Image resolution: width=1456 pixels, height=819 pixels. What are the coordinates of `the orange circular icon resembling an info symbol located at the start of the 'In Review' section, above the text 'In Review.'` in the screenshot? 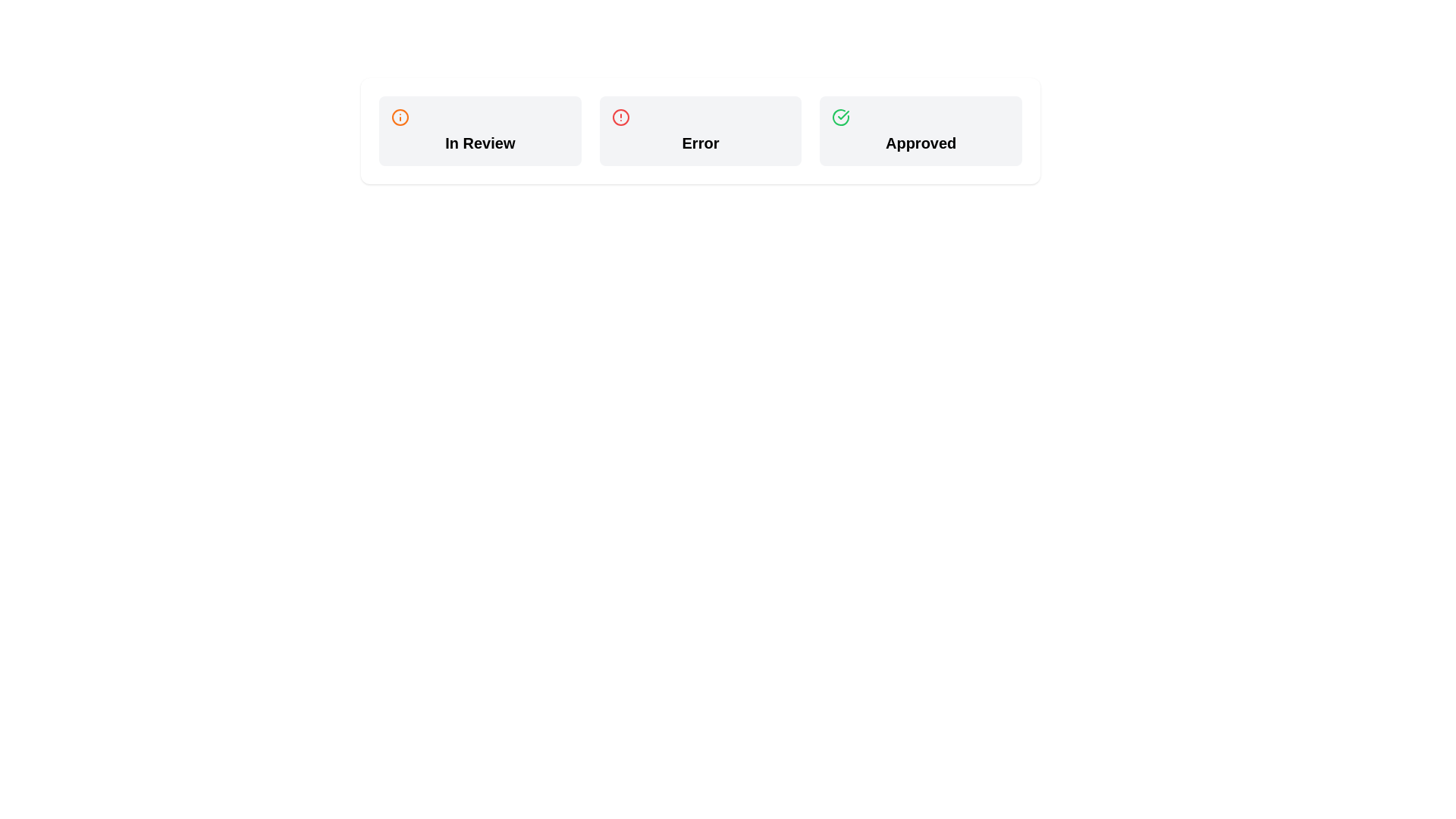 It's located at (400, 116).